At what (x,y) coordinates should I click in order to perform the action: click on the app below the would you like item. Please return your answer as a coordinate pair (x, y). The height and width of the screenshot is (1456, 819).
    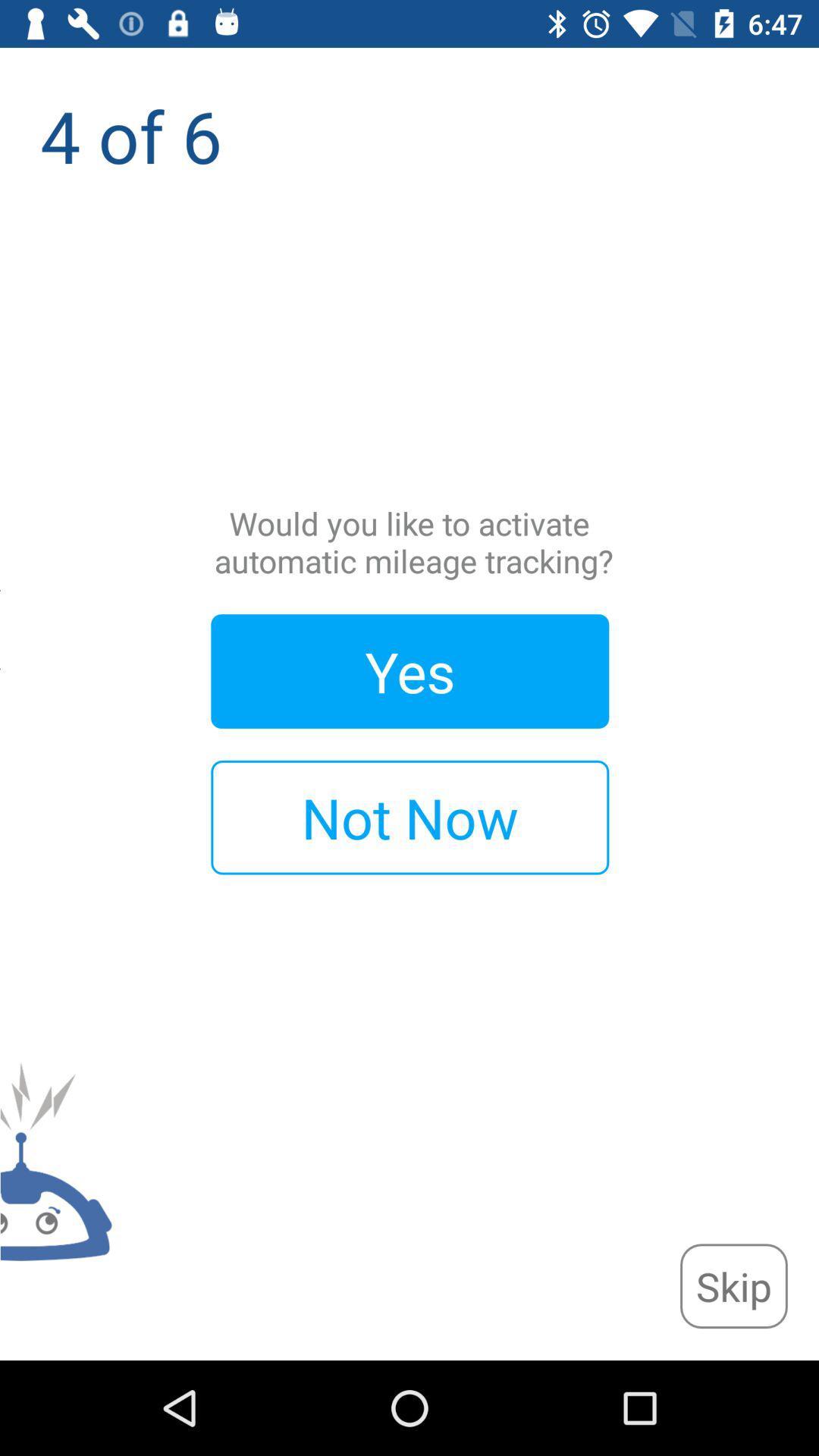
    Looking at the image, I should click on (409, 670).